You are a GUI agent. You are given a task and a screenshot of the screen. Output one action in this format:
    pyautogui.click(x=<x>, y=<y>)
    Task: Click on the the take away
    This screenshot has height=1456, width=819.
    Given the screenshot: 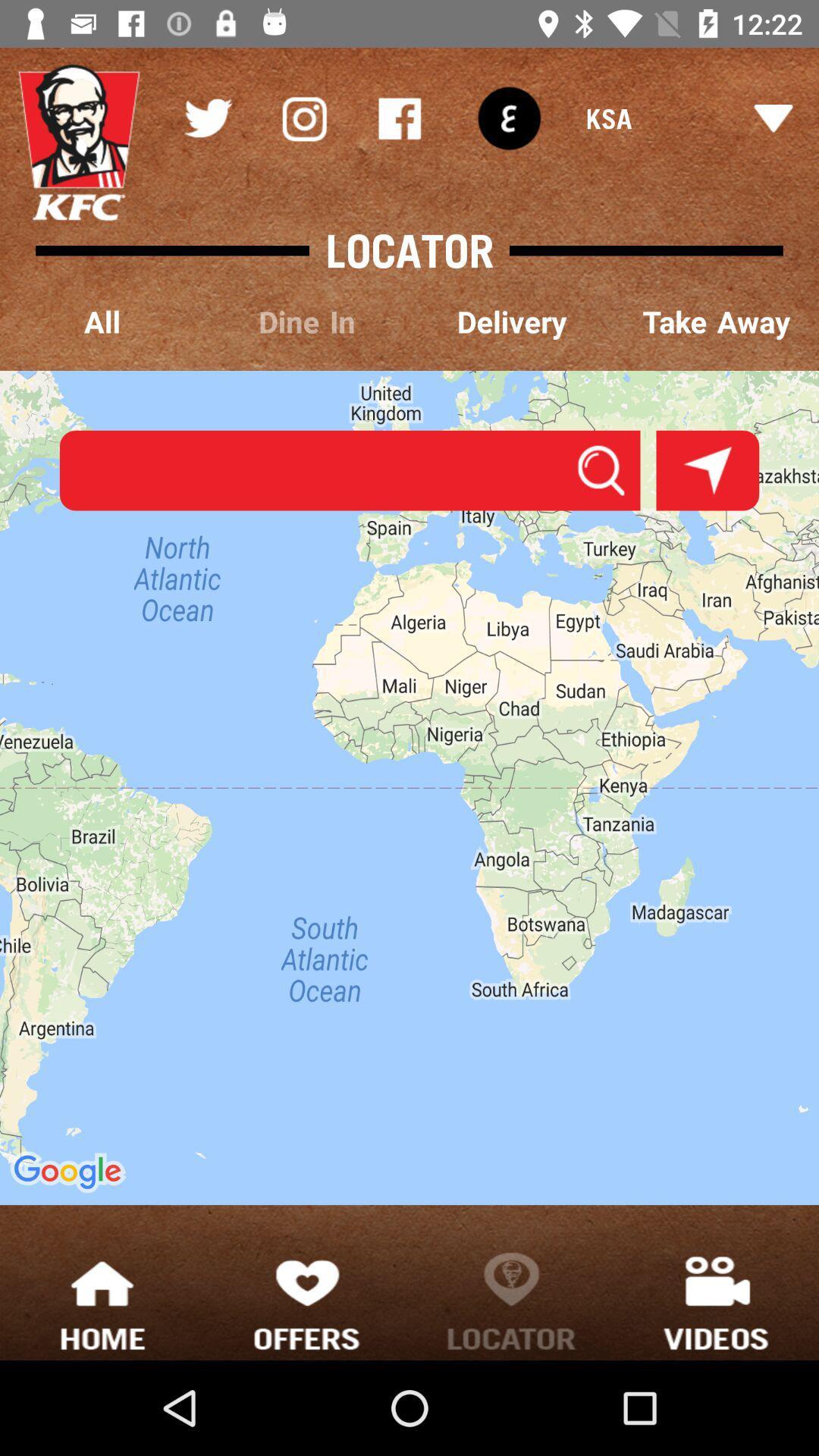 What is the action you would take?
    pyautogui.click(x=717, y=322)
    